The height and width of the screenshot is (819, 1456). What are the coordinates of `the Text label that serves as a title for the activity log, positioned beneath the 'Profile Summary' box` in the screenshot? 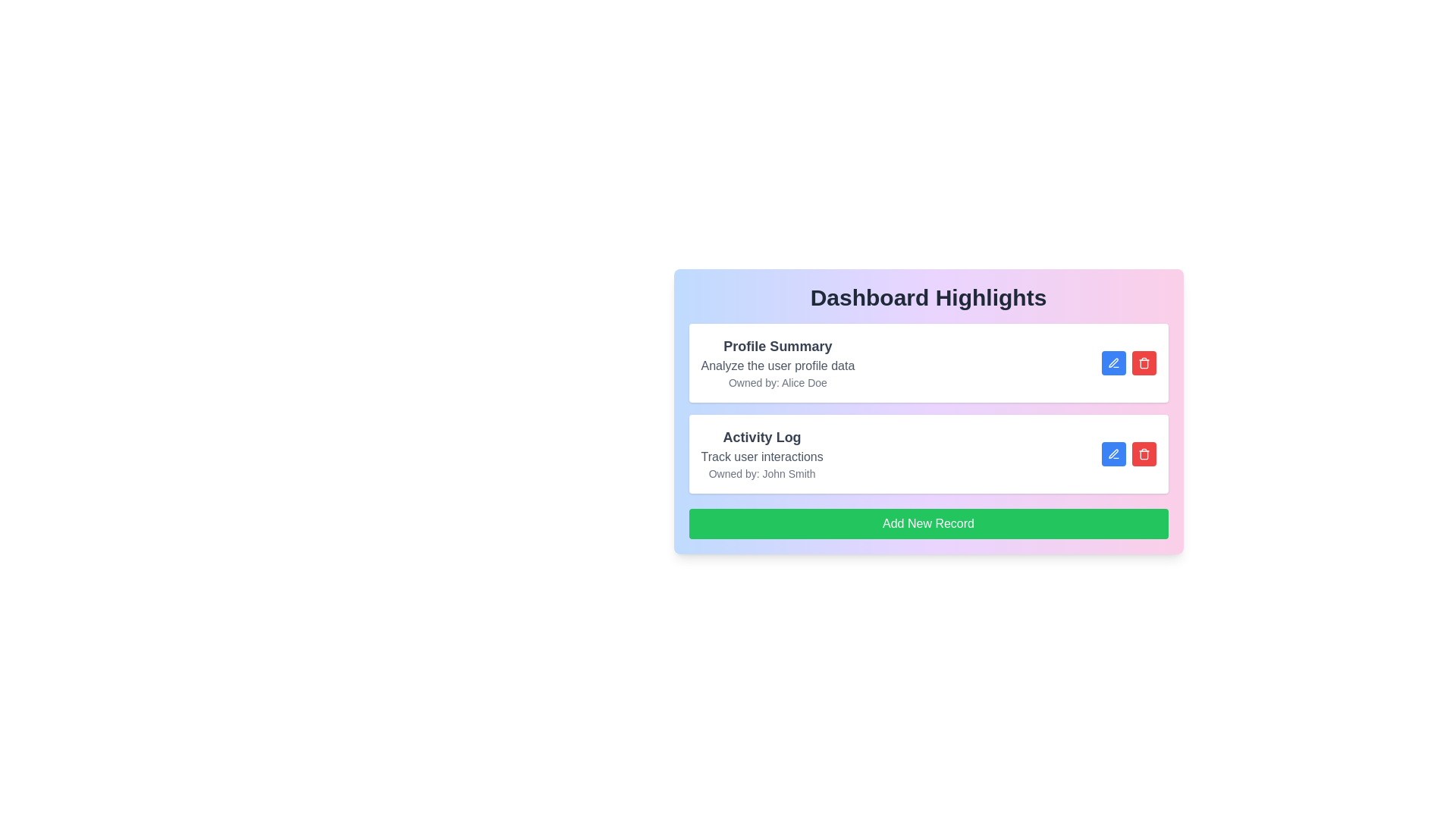 It's located at (762, 438).